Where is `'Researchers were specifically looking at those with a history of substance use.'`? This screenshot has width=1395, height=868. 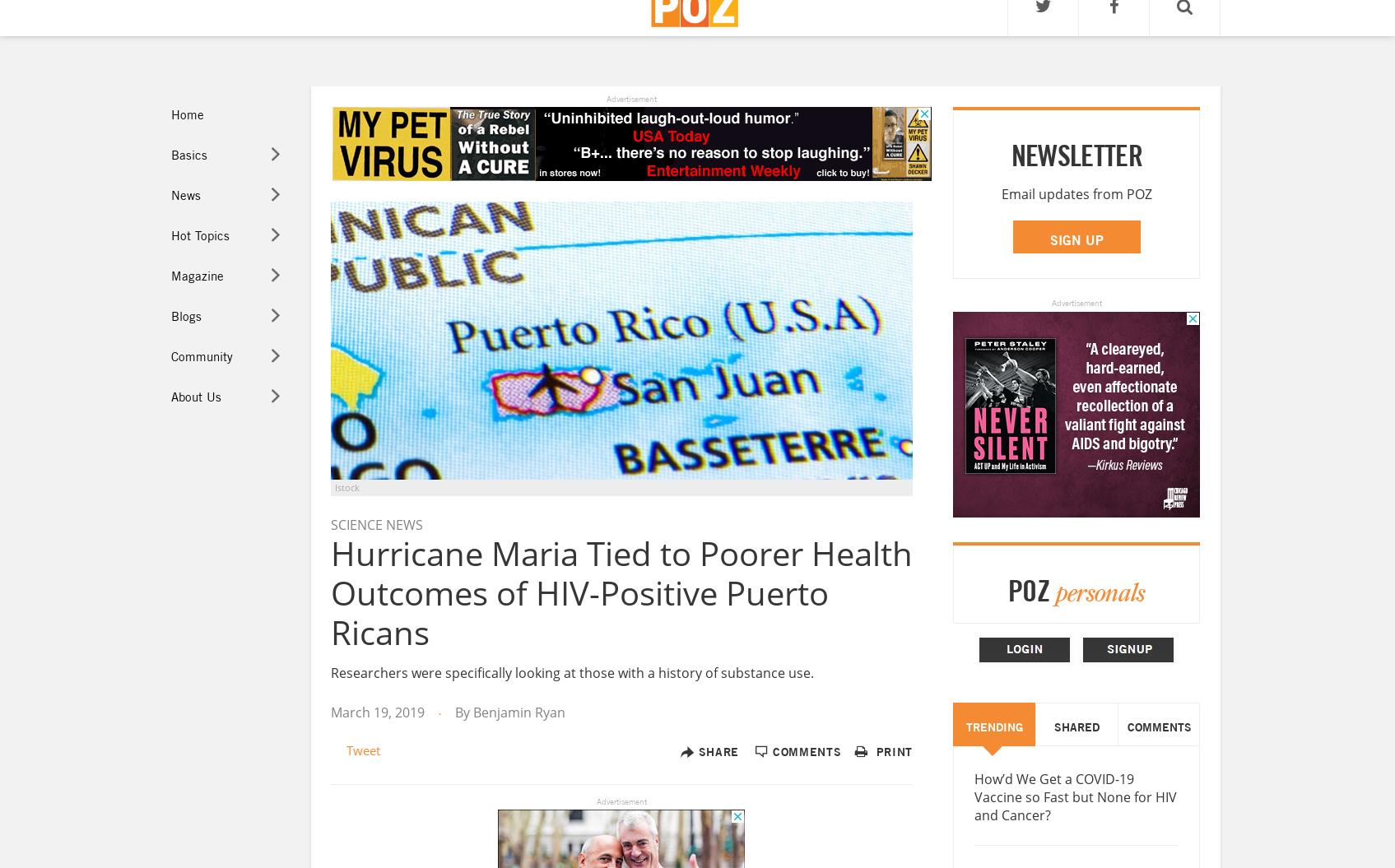 'Researchers were specifically looking at those with a history of substance use.' is located at coordinates (571, 671).